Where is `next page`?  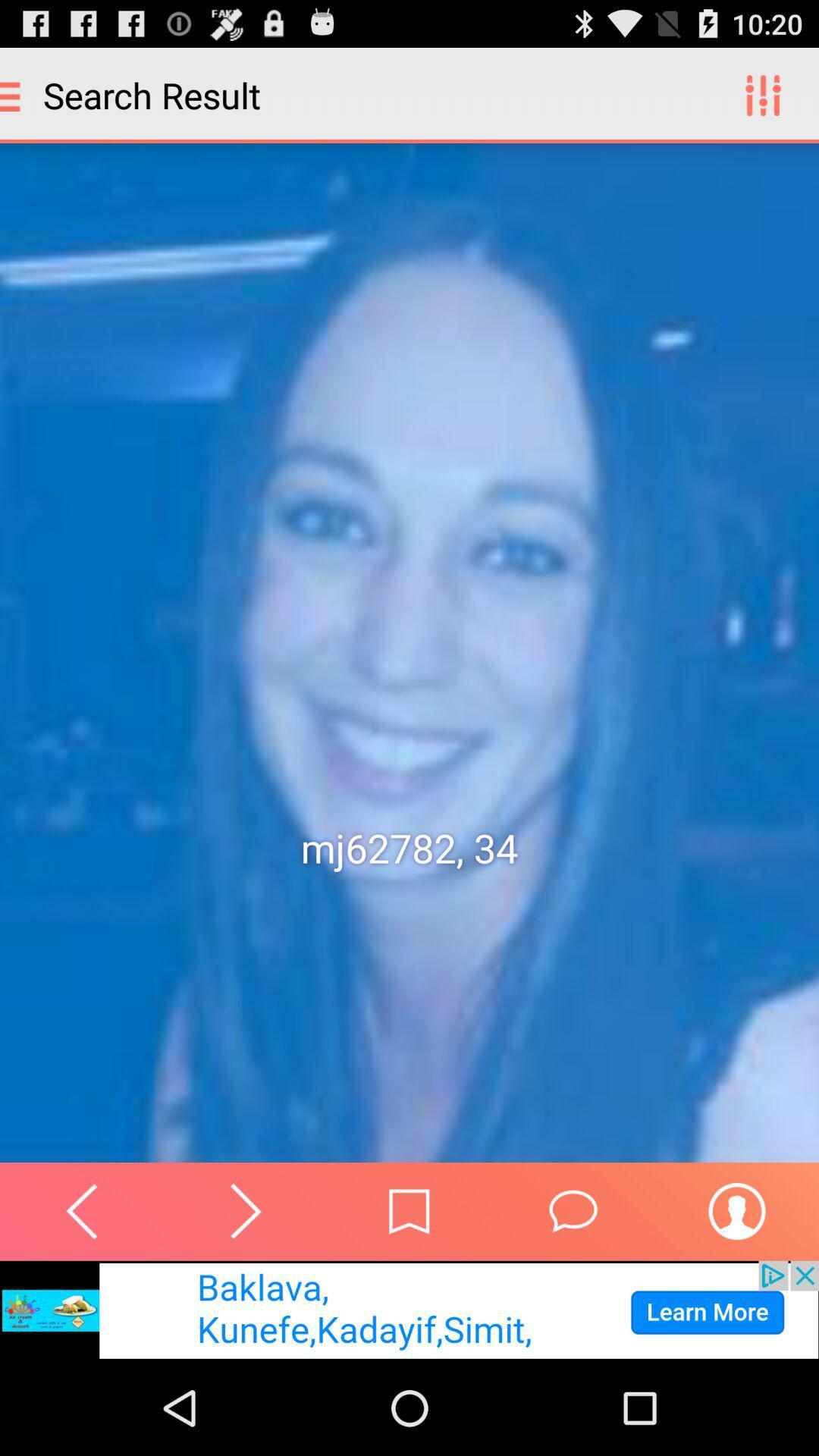
next page is located at coordinates (245, 1210).